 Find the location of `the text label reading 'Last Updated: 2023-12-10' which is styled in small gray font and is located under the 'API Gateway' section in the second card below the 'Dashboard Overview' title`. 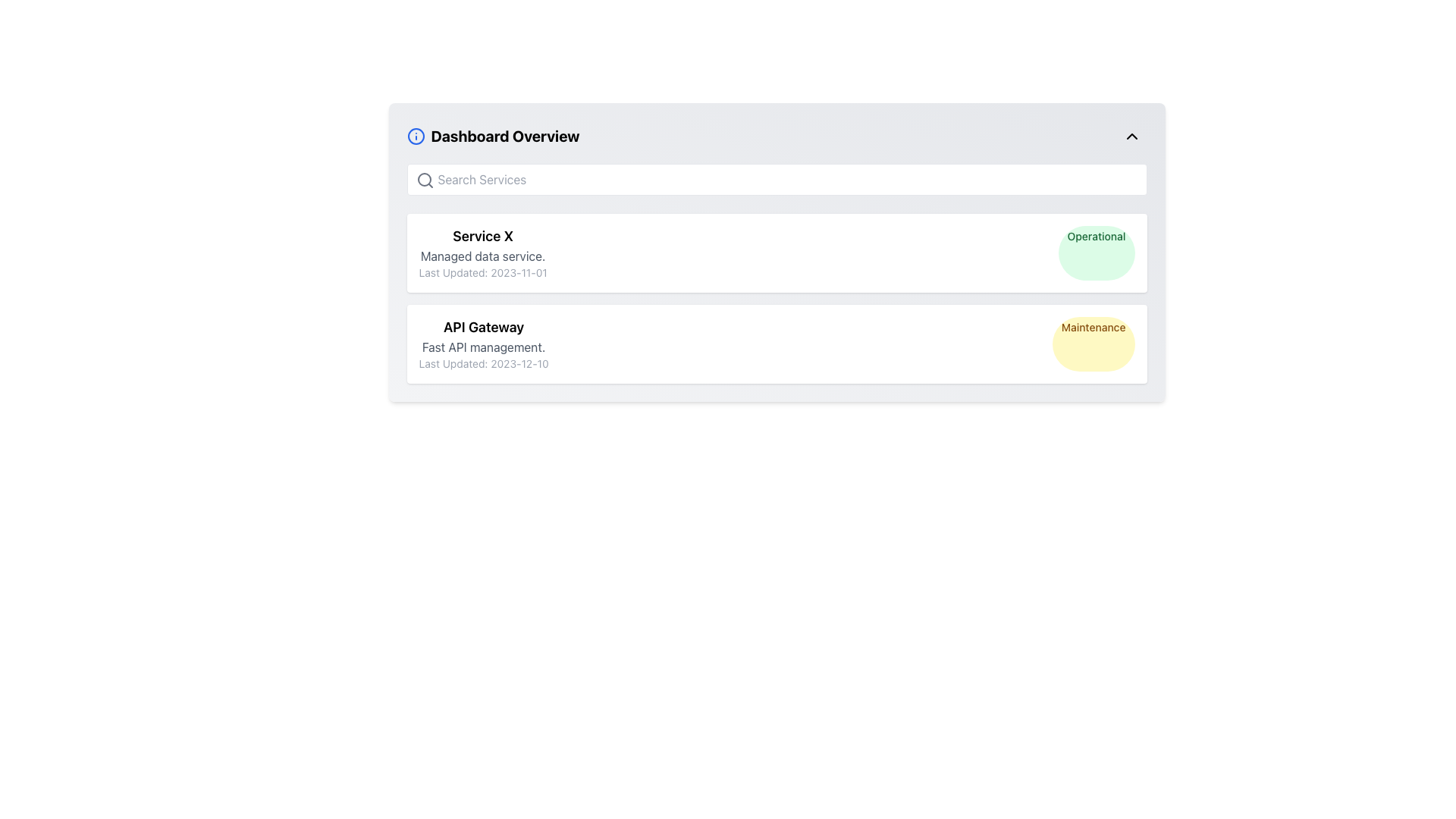

the text label reading 'Last Updated: 2023-12-10' which is styled in small gray font and is located under the 'API Gateway' section in the second card below the 'Dashboard Overview' title is located at coordinates (483, 363).